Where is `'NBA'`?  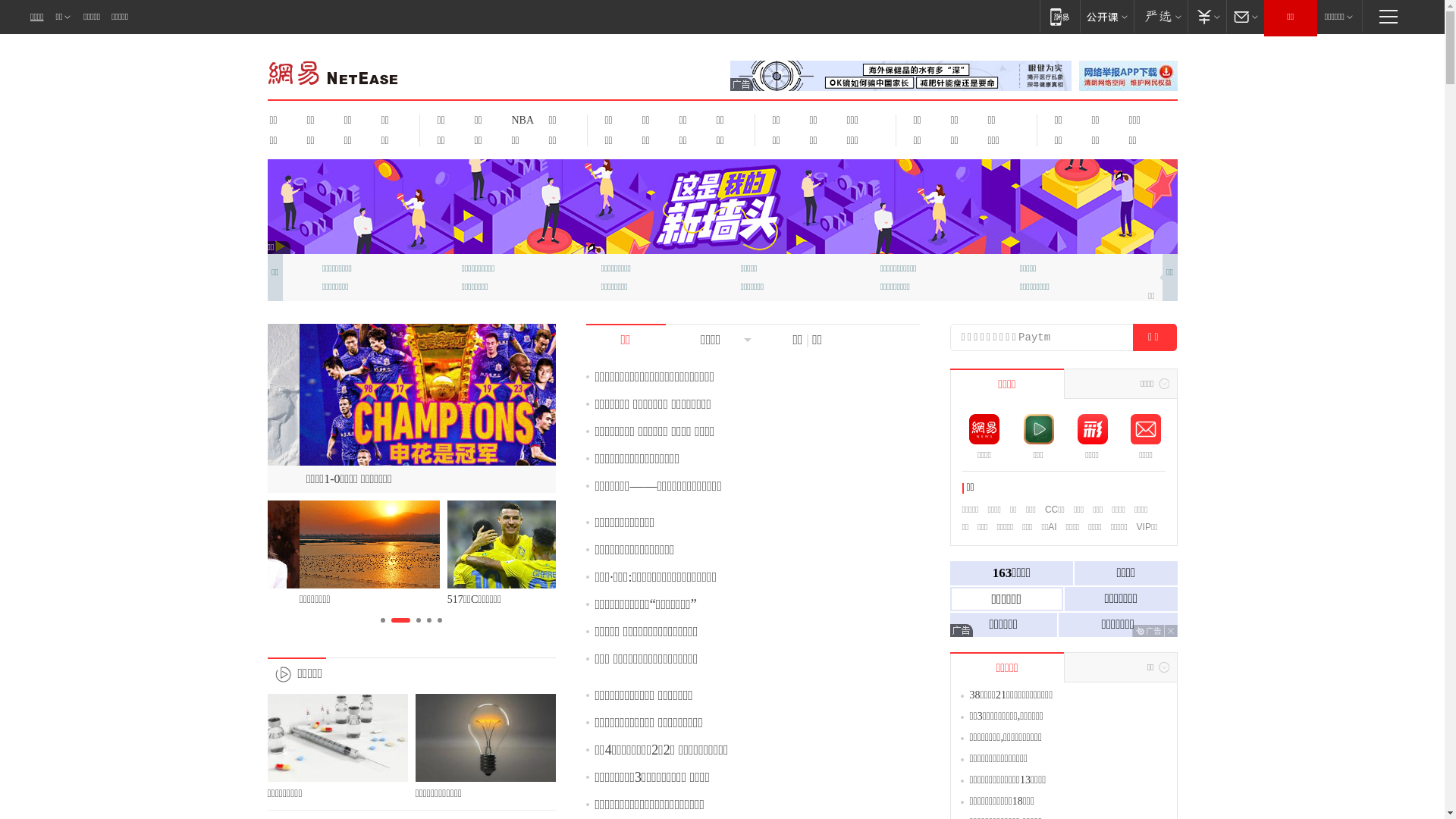
'NBA' is located at coordinates (502, 119).